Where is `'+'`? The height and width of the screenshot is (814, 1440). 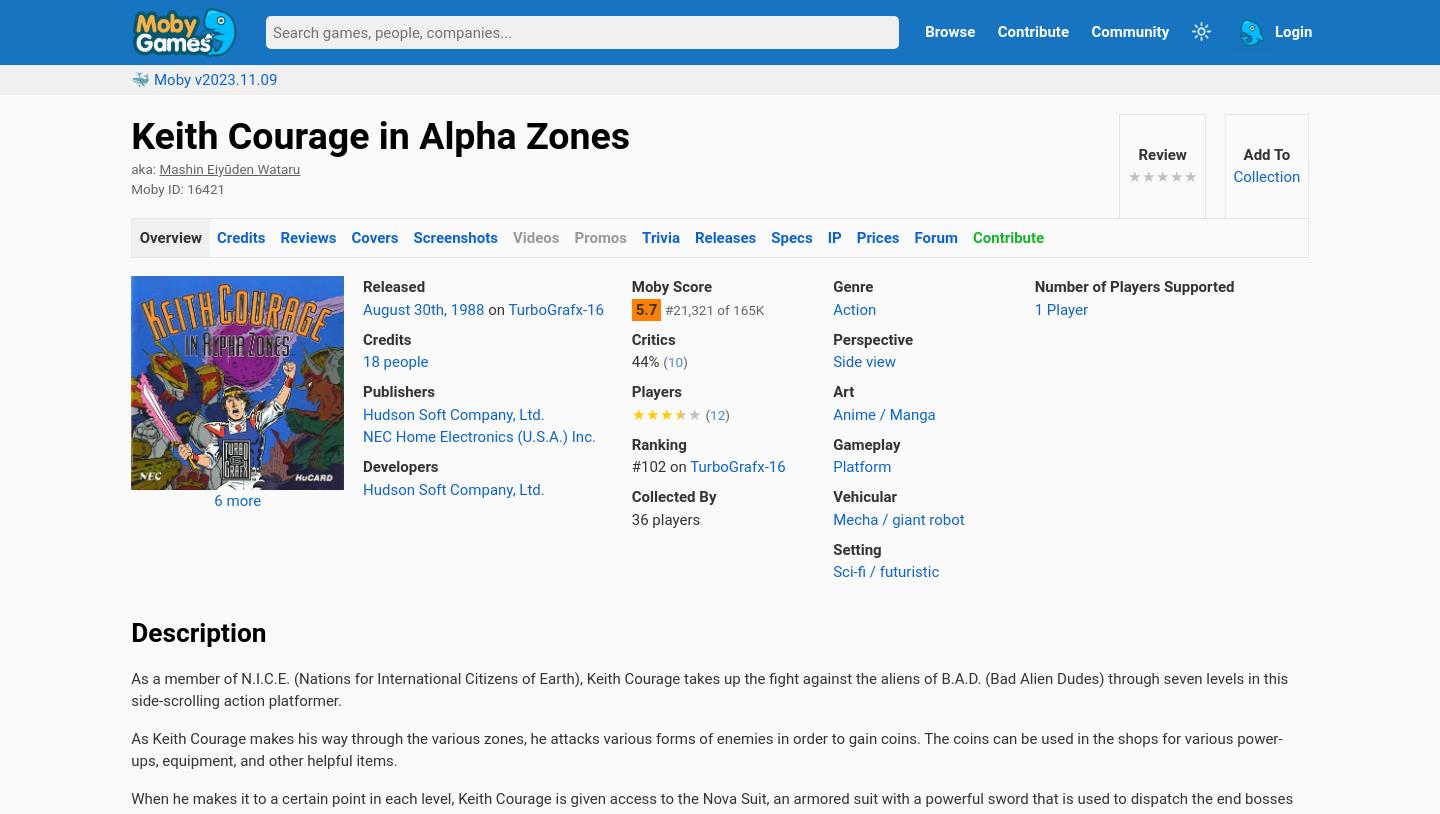 '+' is located at coordinates (263, 762).